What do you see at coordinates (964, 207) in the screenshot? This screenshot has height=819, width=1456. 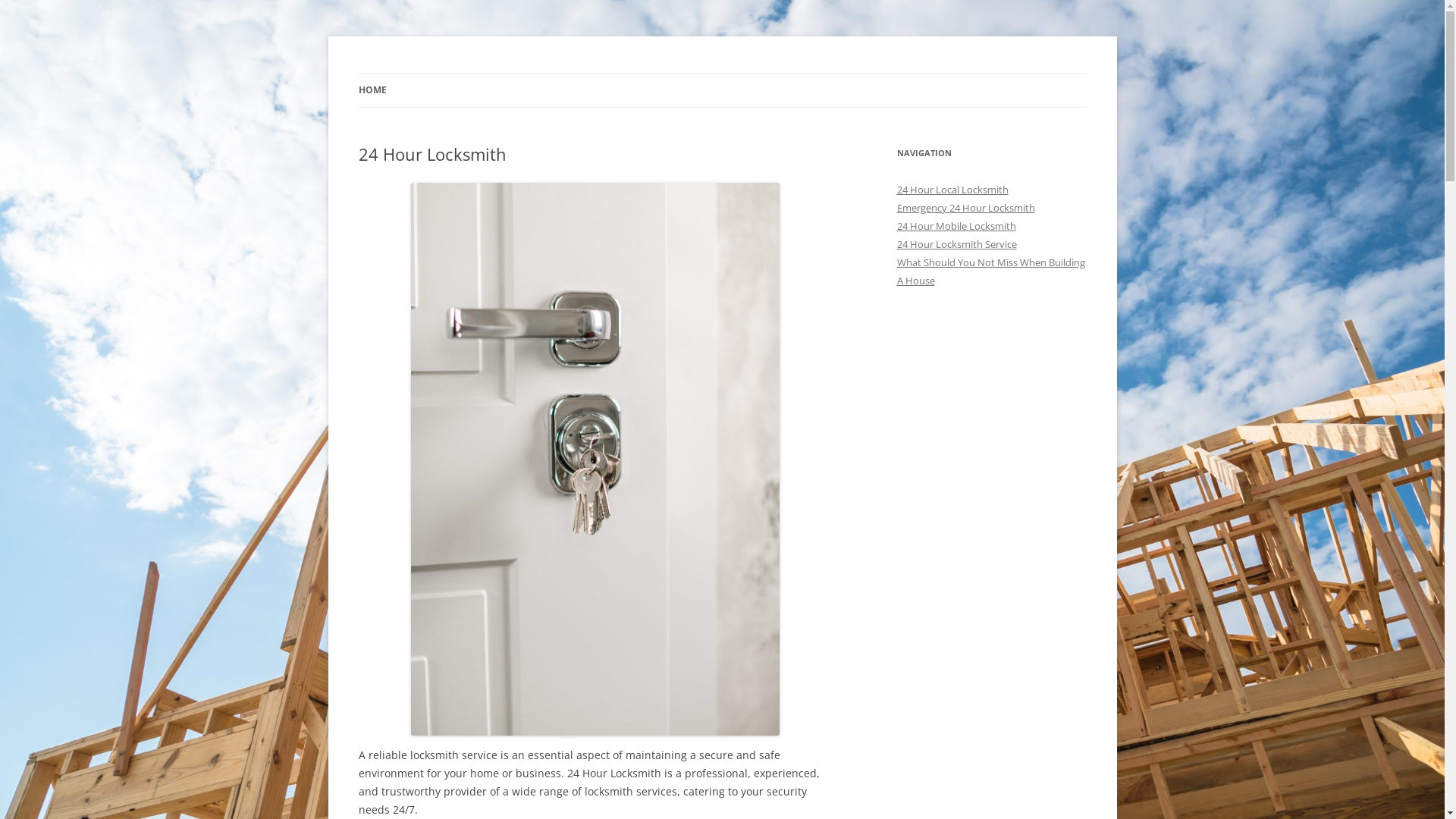 I see `'Emergency 24 Hour Locksmith'` at bounding box center [964, 207].